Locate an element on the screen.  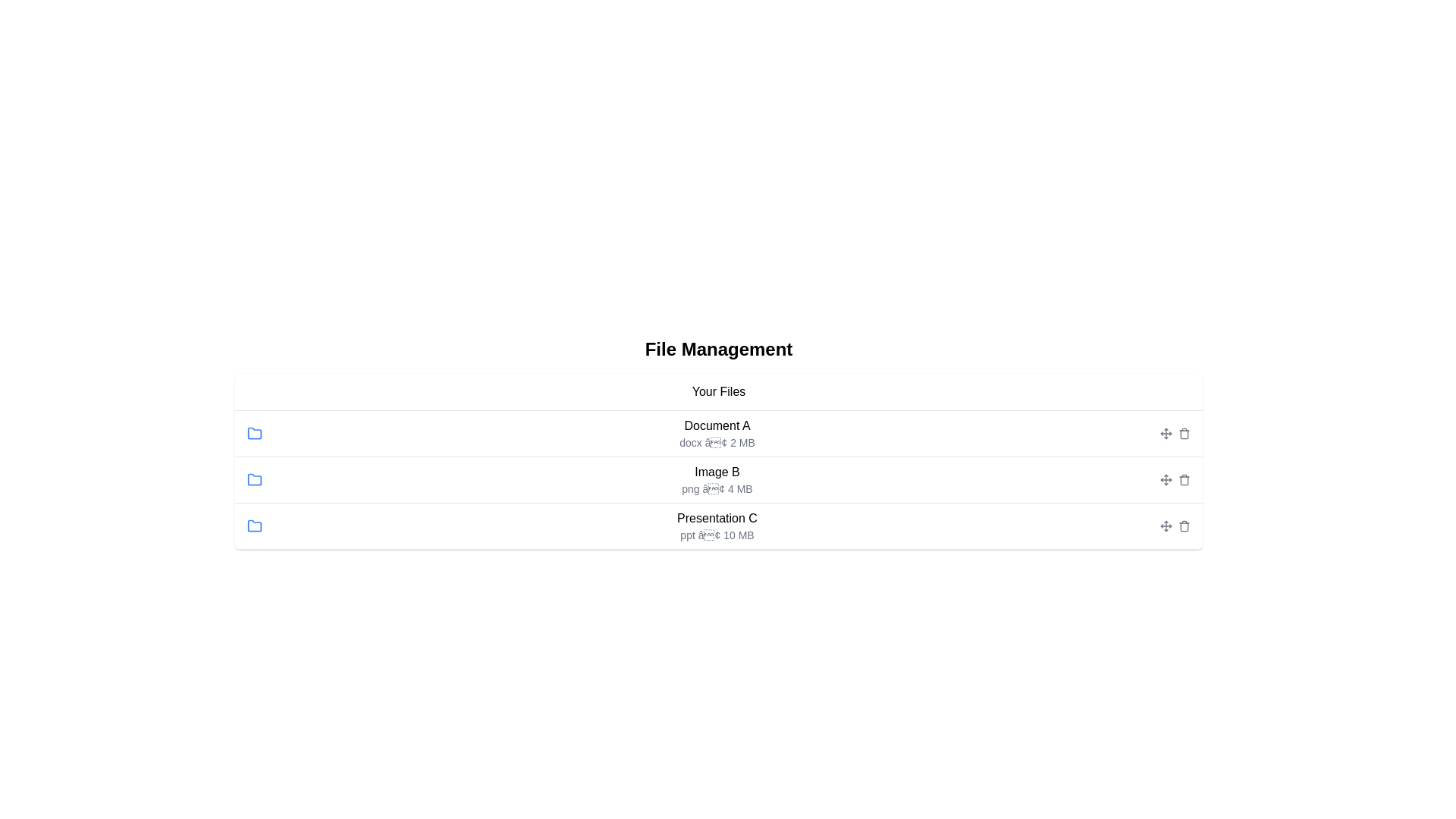
the Text Label element that serves as the title for a file entry, located in the second row between 'Document A' and 'Presentation C' is located at coordinates (716, 472).